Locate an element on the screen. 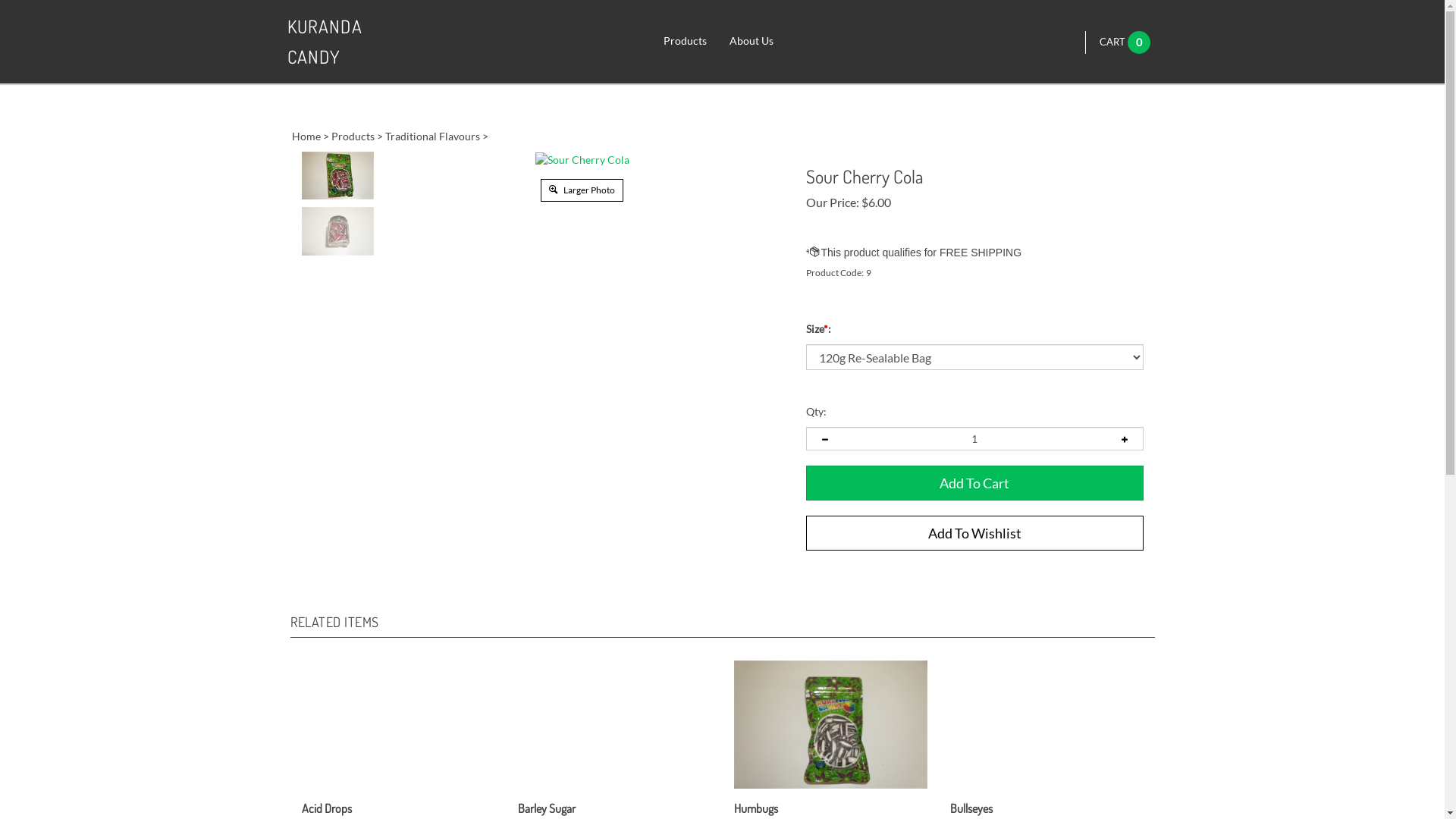 The image size is (1456, 819). 'Traditional Flavours' is located at coordinates (431, 135).